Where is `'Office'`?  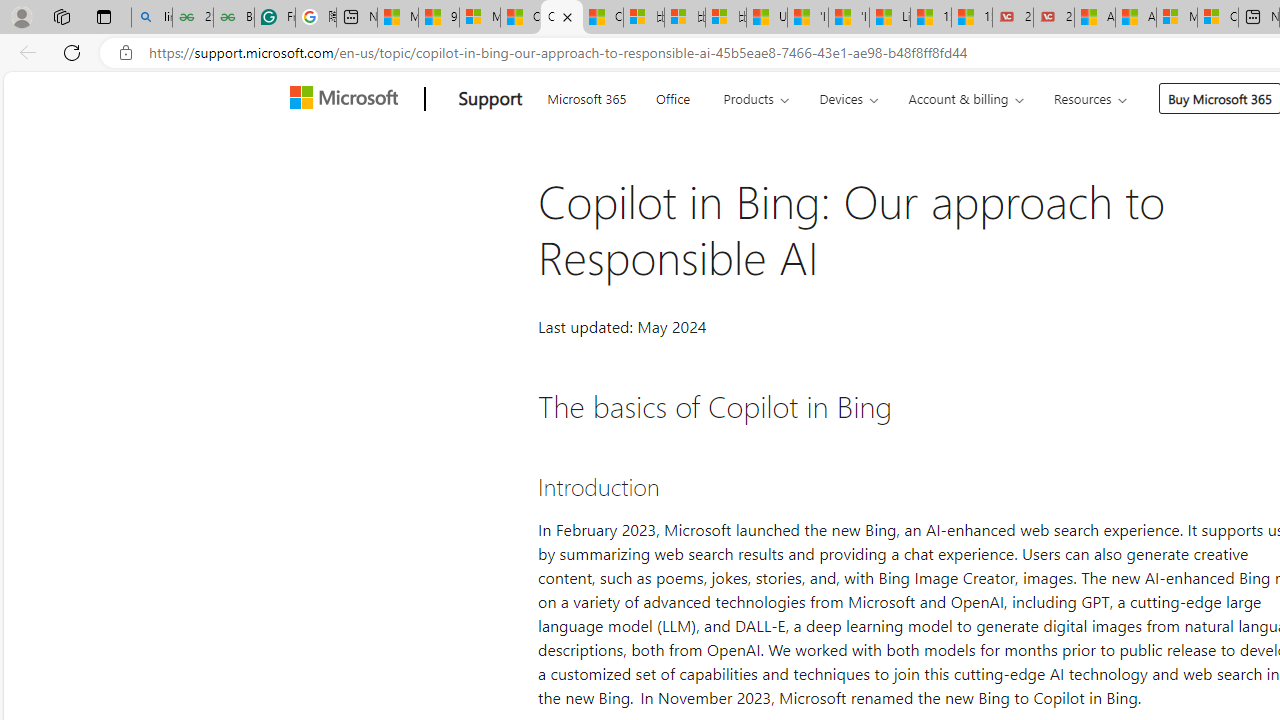
'Office' is located at coordinates (672, 96).